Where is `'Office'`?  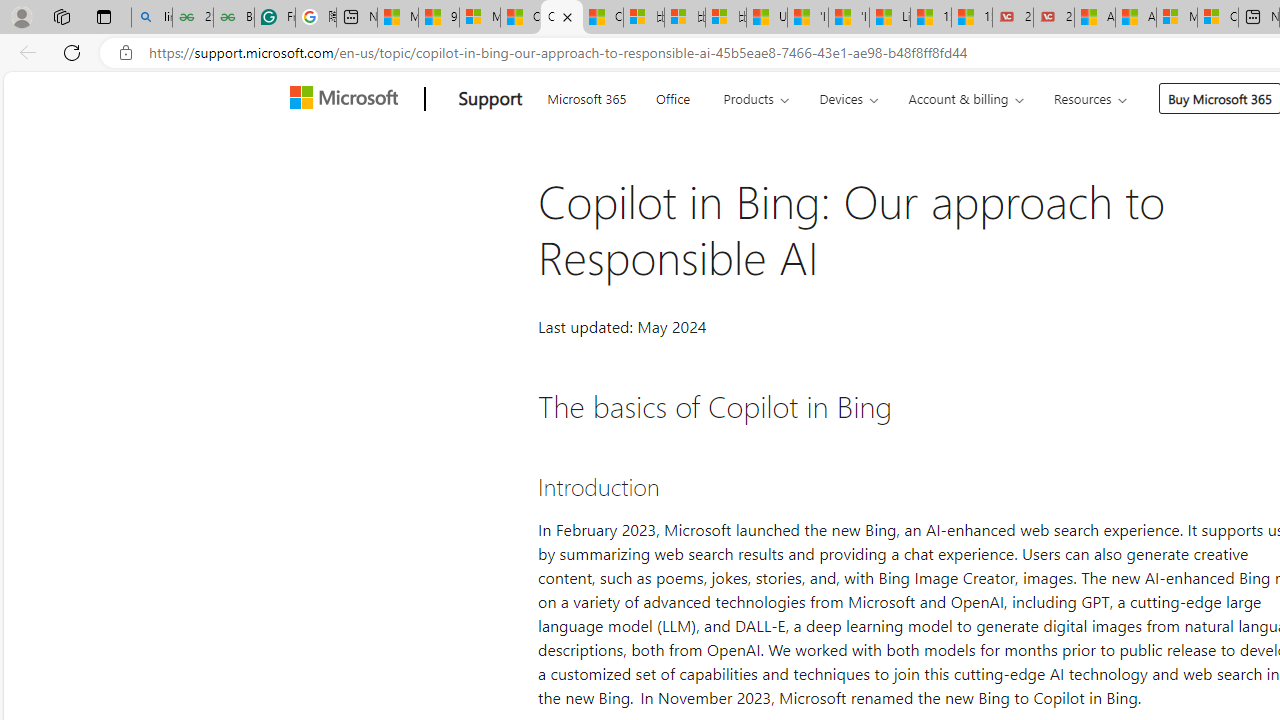
'Office' is located at coordinates (672, 96).